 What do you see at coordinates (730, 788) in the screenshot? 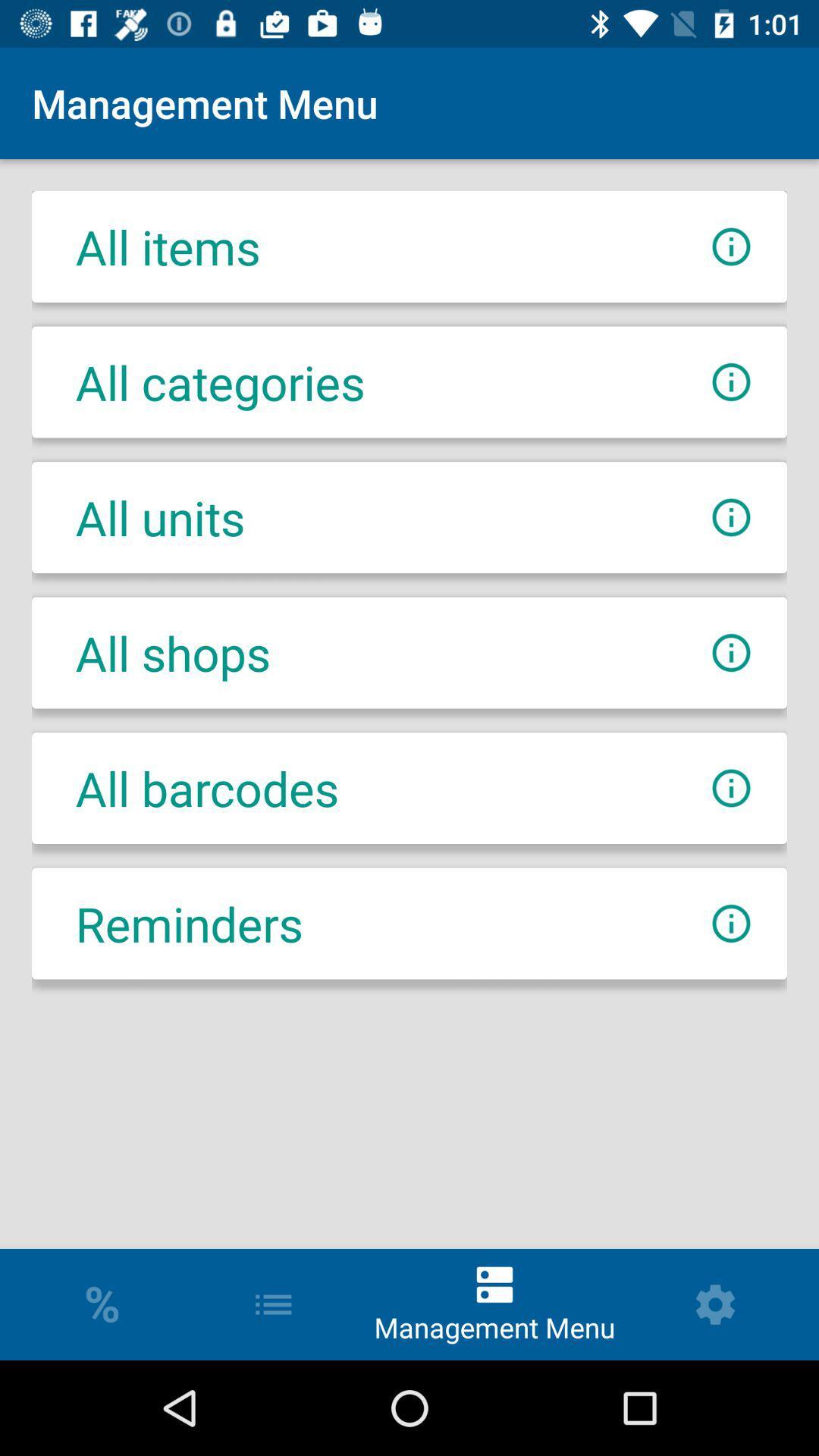
I see `search all barcodes` at bounding box center [730, 788].